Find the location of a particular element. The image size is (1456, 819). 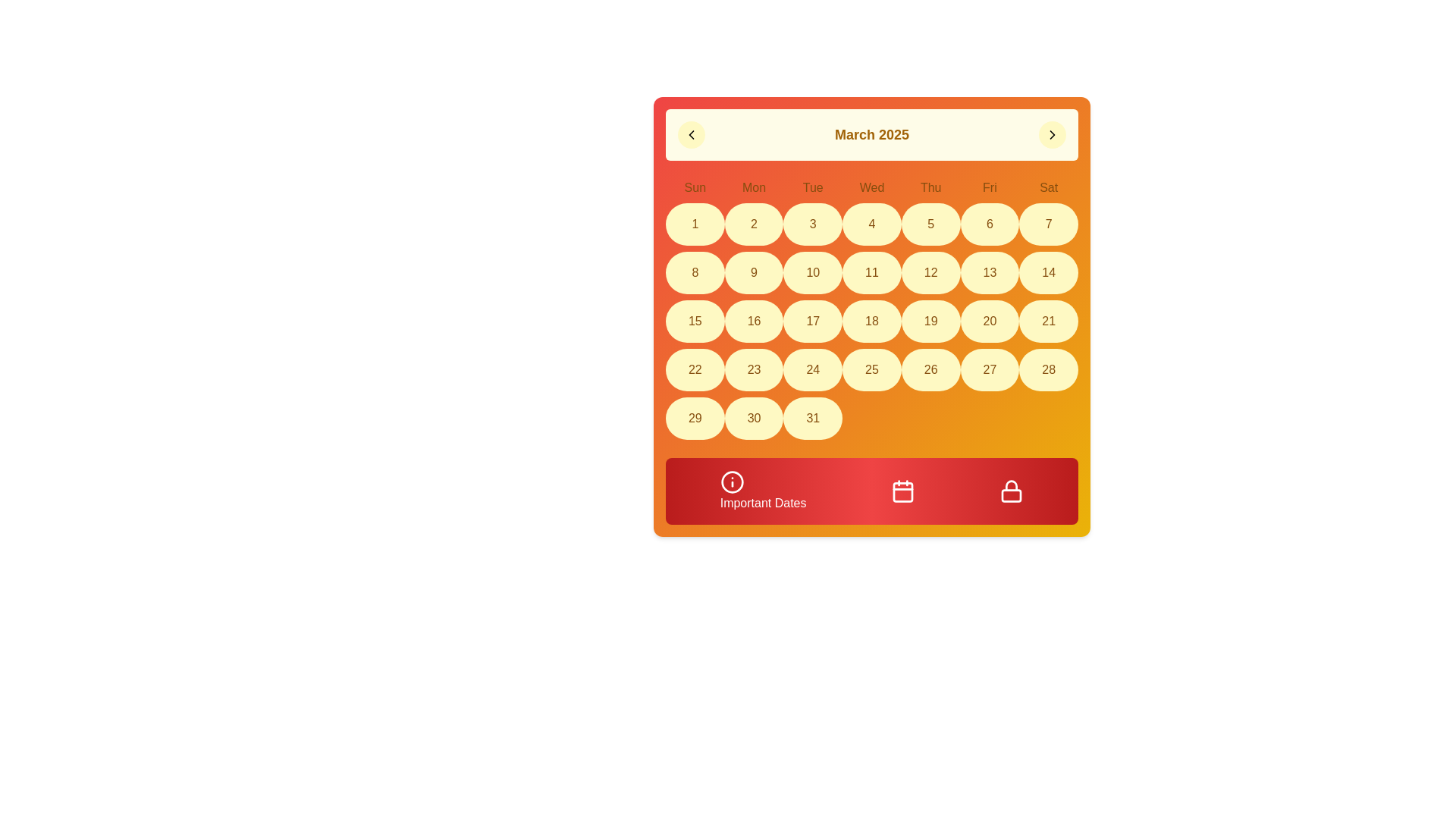

the button representing the 18th day in the calendar is located at coordinates (872, 321).